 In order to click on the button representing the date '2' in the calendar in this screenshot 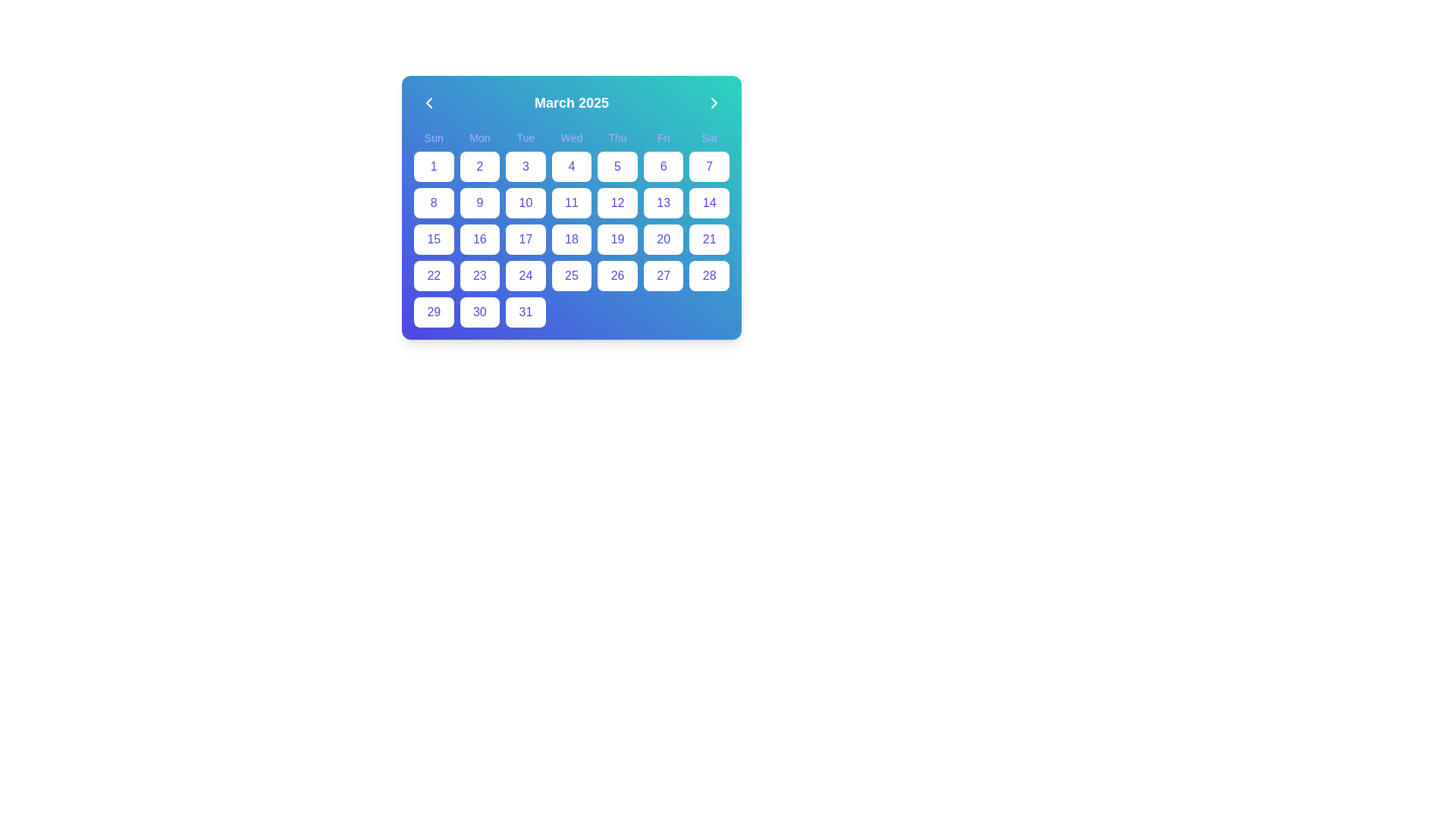, I will do `click(479, 166)`.